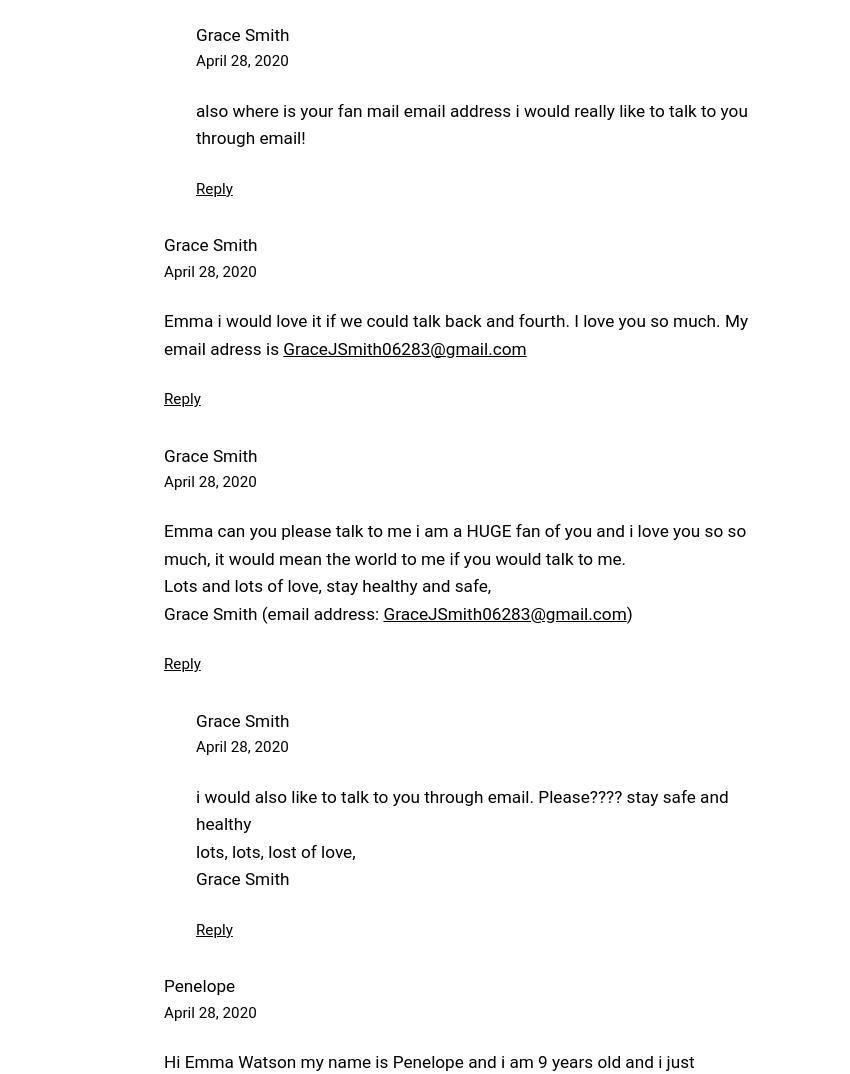  What do you see at coordinates (272, 613) in the screenshot?
I see `'Grace Smith (email address:'` at bounding box center [272, 613].